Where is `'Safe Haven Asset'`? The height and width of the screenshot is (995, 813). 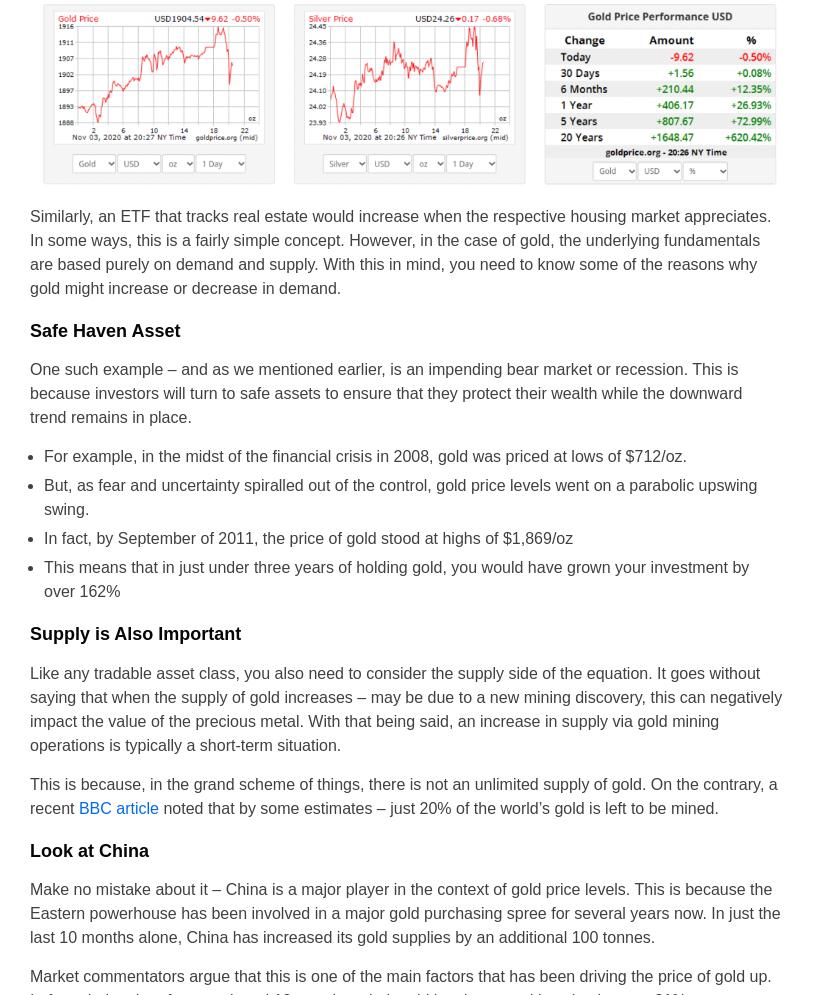 'Safe Haven Asset' is located at coordinates (28, 331).